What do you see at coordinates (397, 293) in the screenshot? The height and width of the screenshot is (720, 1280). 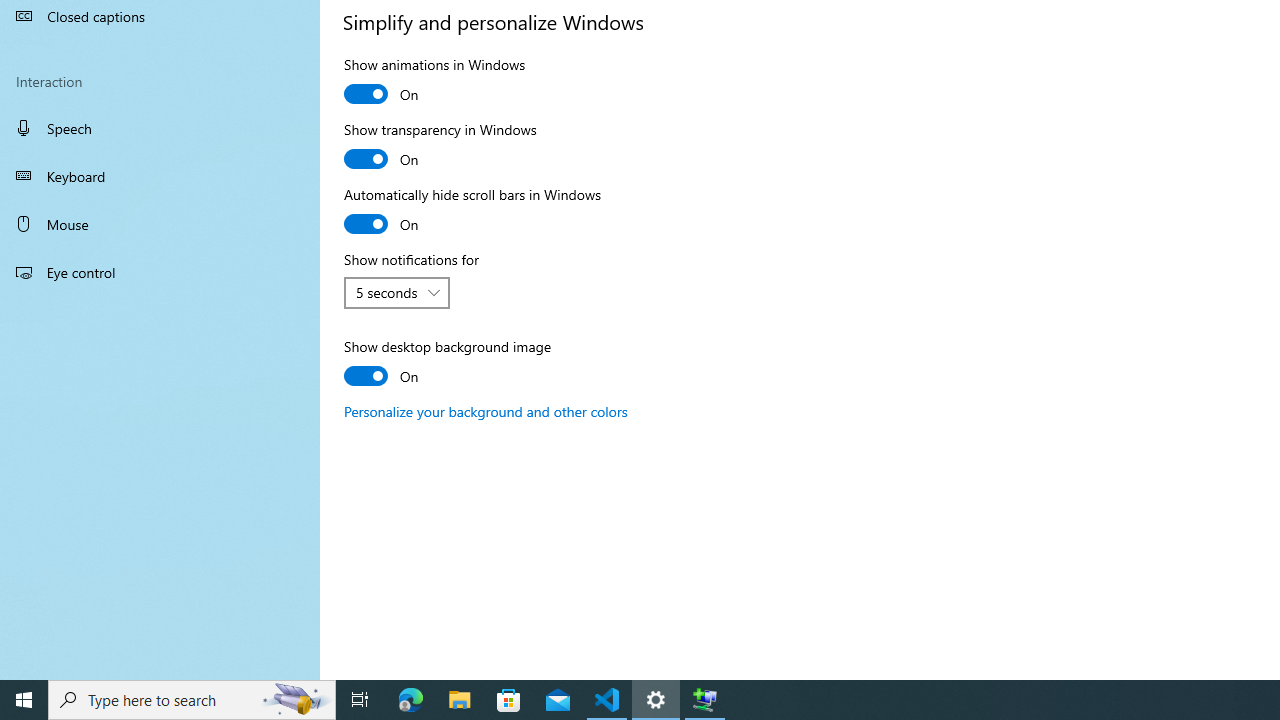 I see `'Show notifications for'` at bounding box center [397, 293].